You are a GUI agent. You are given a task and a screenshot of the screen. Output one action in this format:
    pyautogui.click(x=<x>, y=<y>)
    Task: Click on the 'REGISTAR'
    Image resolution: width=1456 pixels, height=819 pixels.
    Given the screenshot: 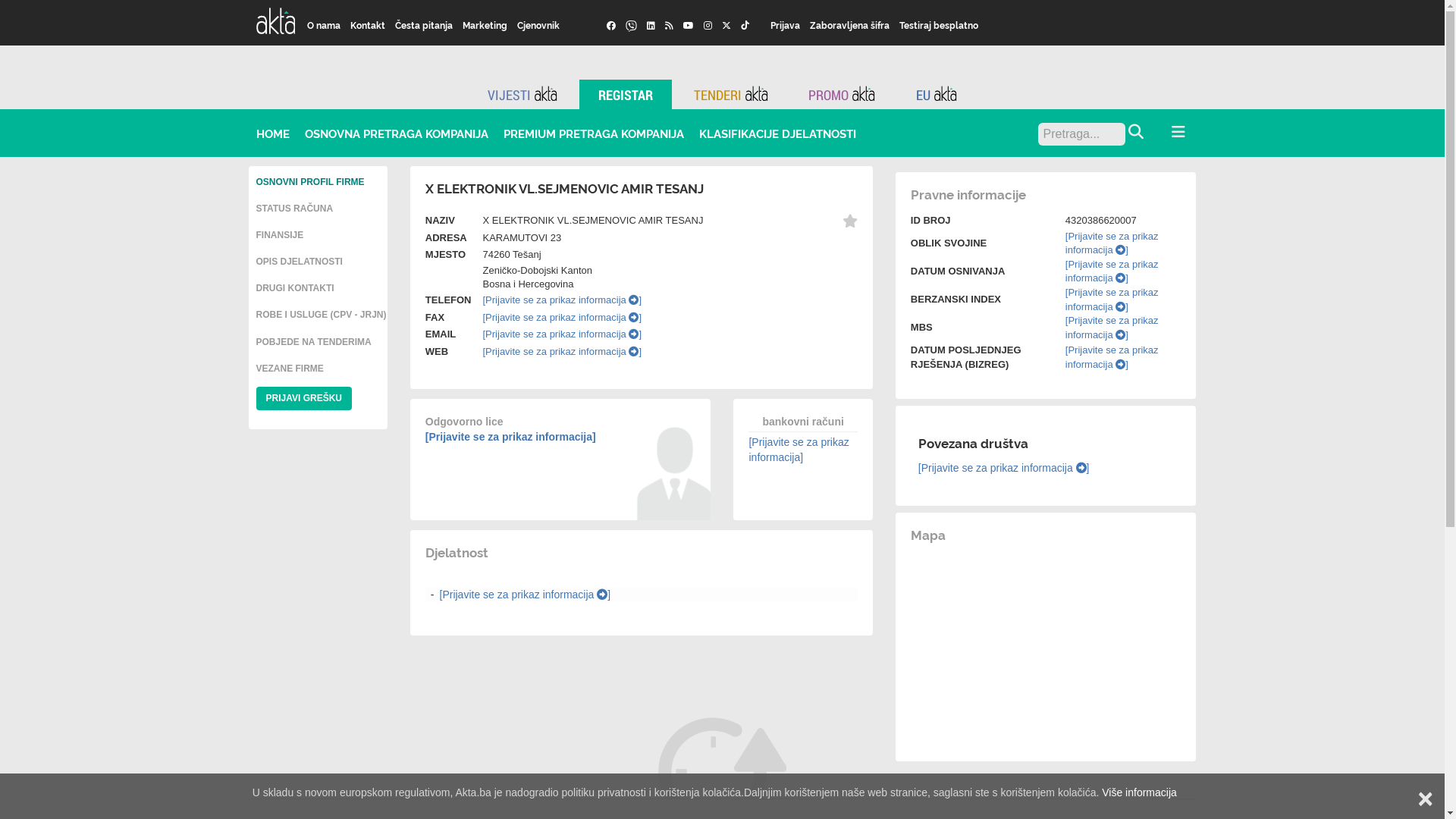 What is the action you would take?
    pyautogui.click(x=626, y=94)
    